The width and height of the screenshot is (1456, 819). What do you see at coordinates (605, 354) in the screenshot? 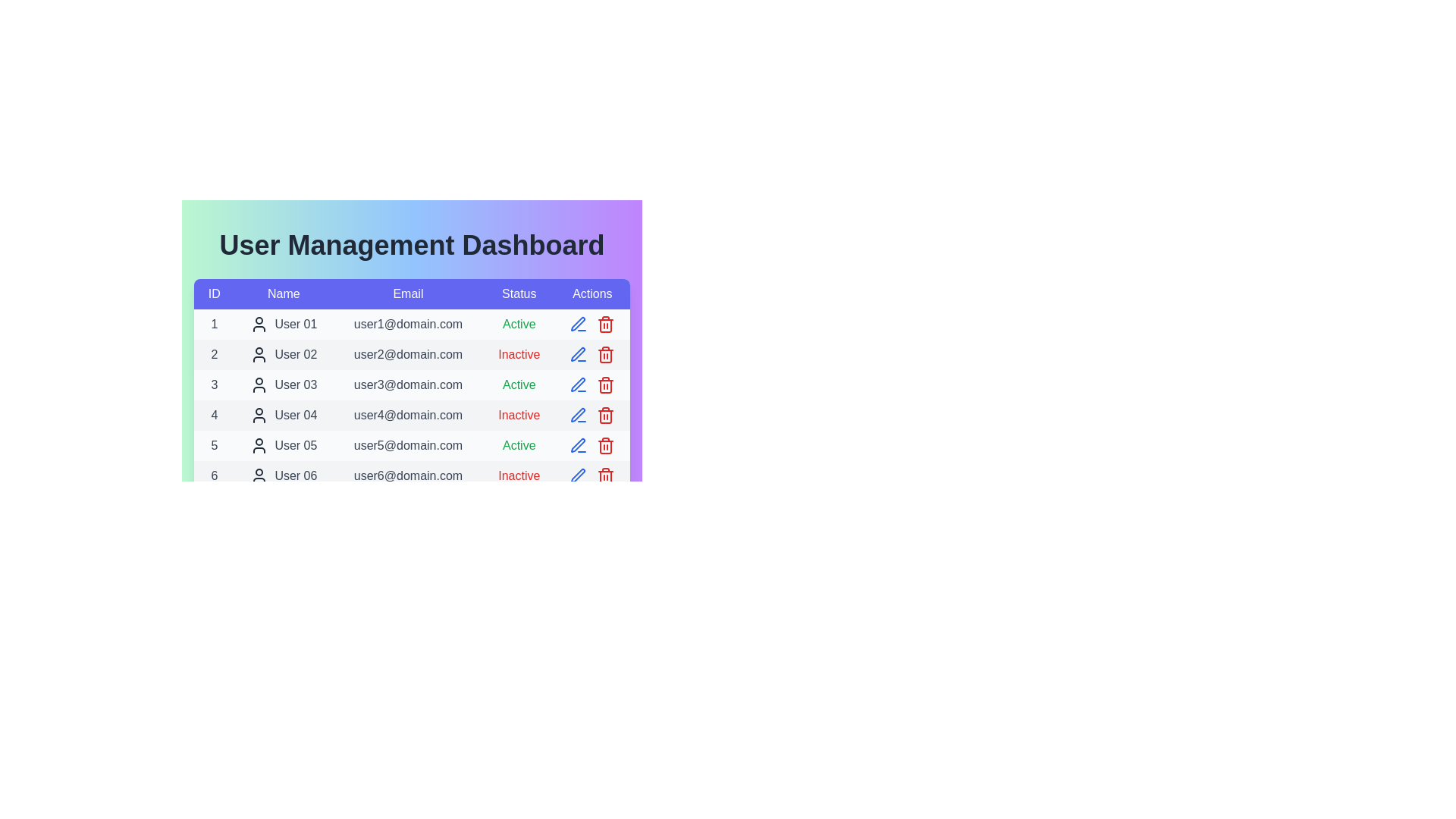
I see `the delete icon for user with ID 2` at bounding box center [605, 354].